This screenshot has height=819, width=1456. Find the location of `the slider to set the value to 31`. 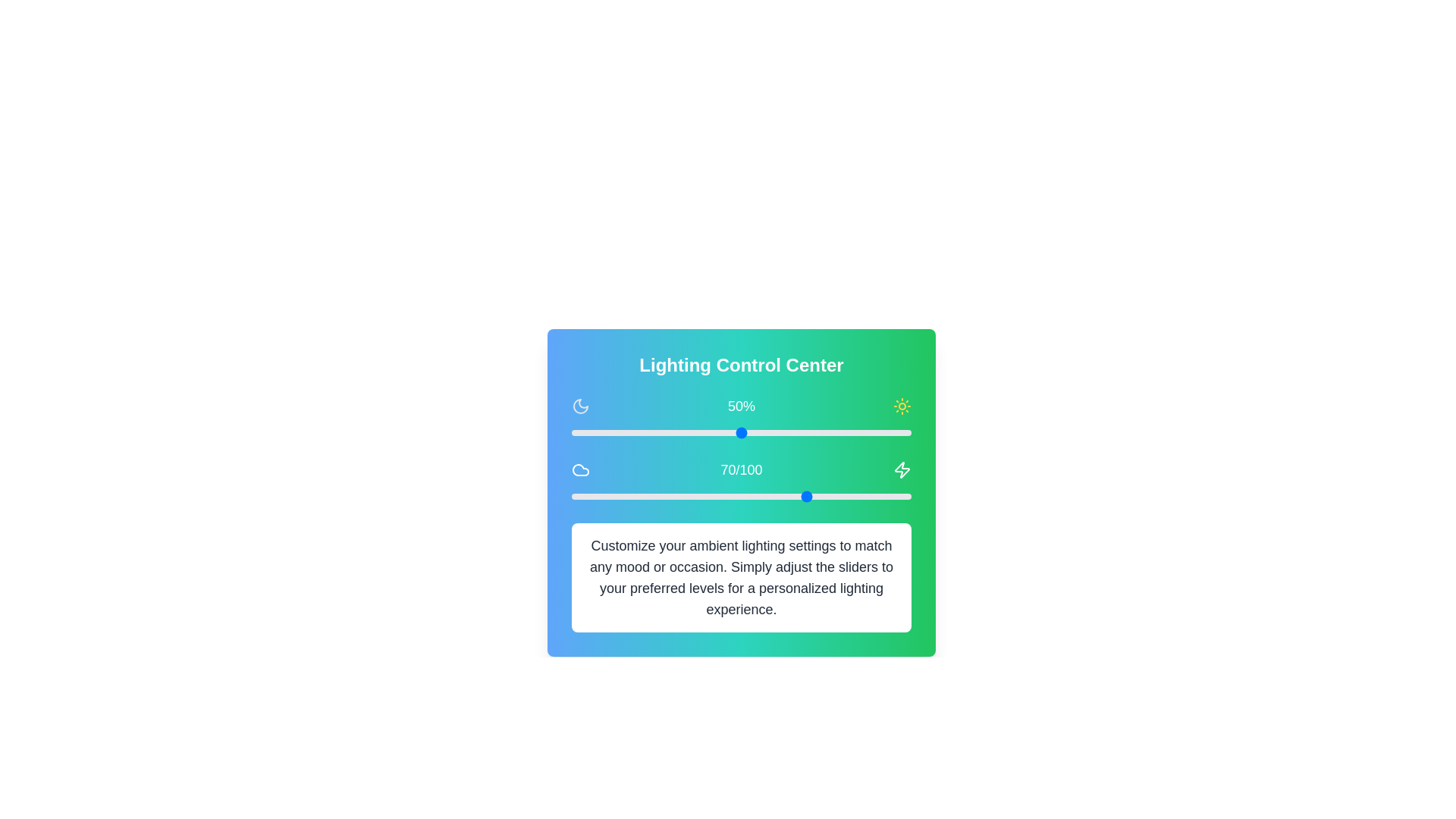

the slider to set the value to 31 is located at coordinates (676, 432).